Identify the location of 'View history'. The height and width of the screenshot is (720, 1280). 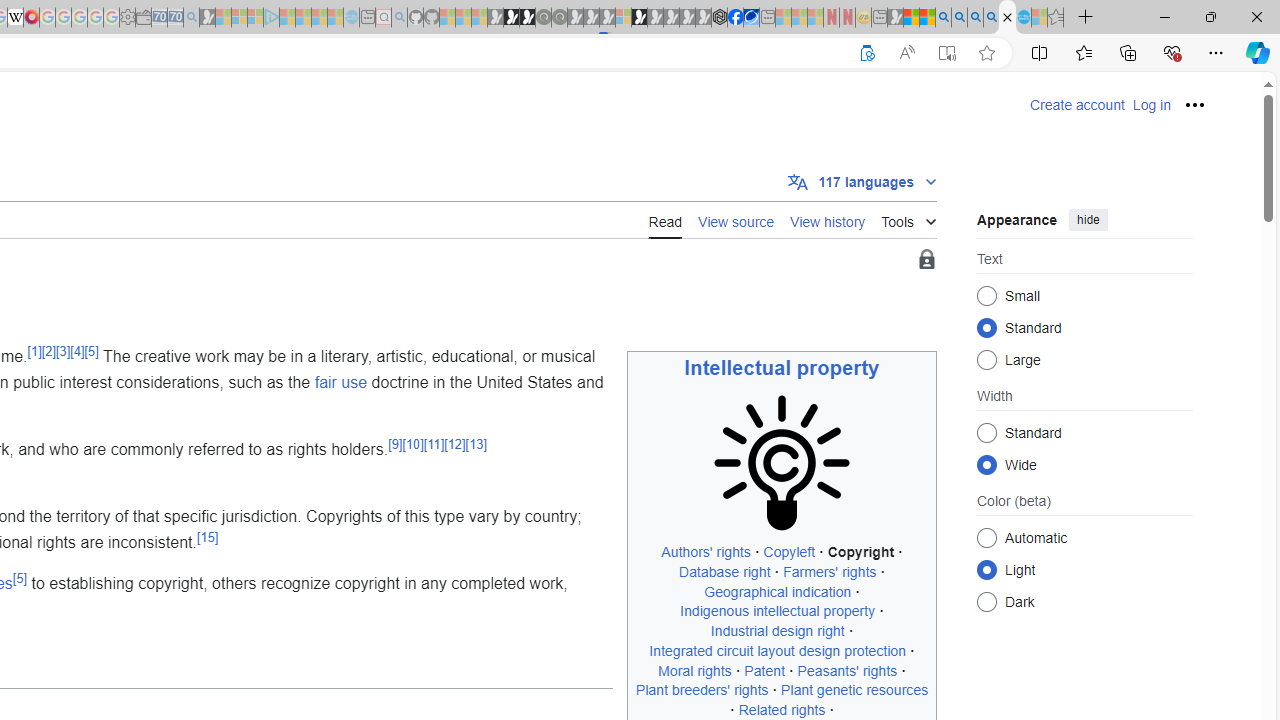
(828, 219).